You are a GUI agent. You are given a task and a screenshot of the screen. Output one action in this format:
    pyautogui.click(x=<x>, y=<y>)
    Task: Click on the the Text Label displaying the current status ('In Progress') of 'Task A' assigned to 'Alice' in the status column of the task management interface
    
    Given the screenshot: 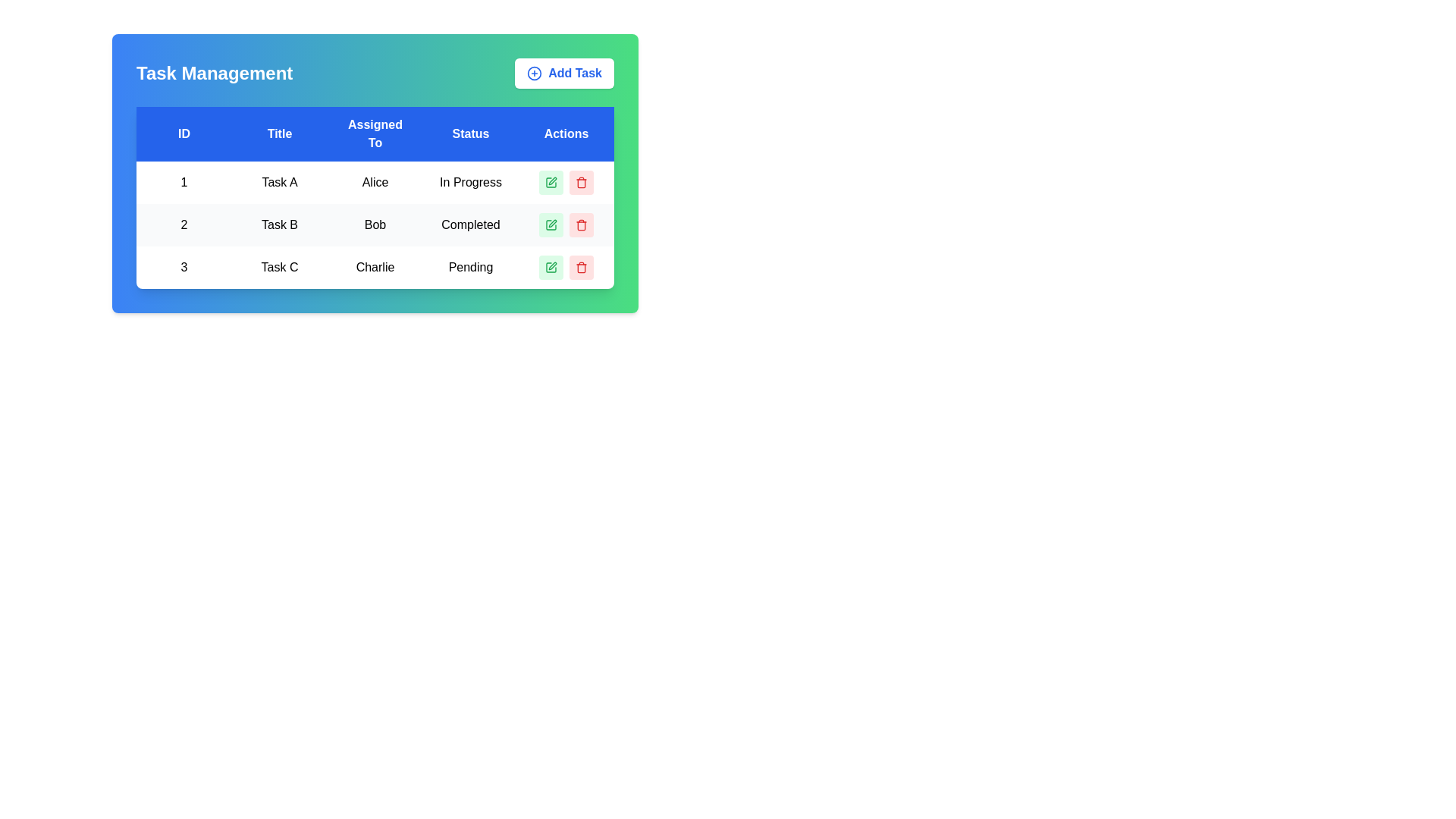 What is the action you would take?
    pyautogui.click(x=469, y=181)
    